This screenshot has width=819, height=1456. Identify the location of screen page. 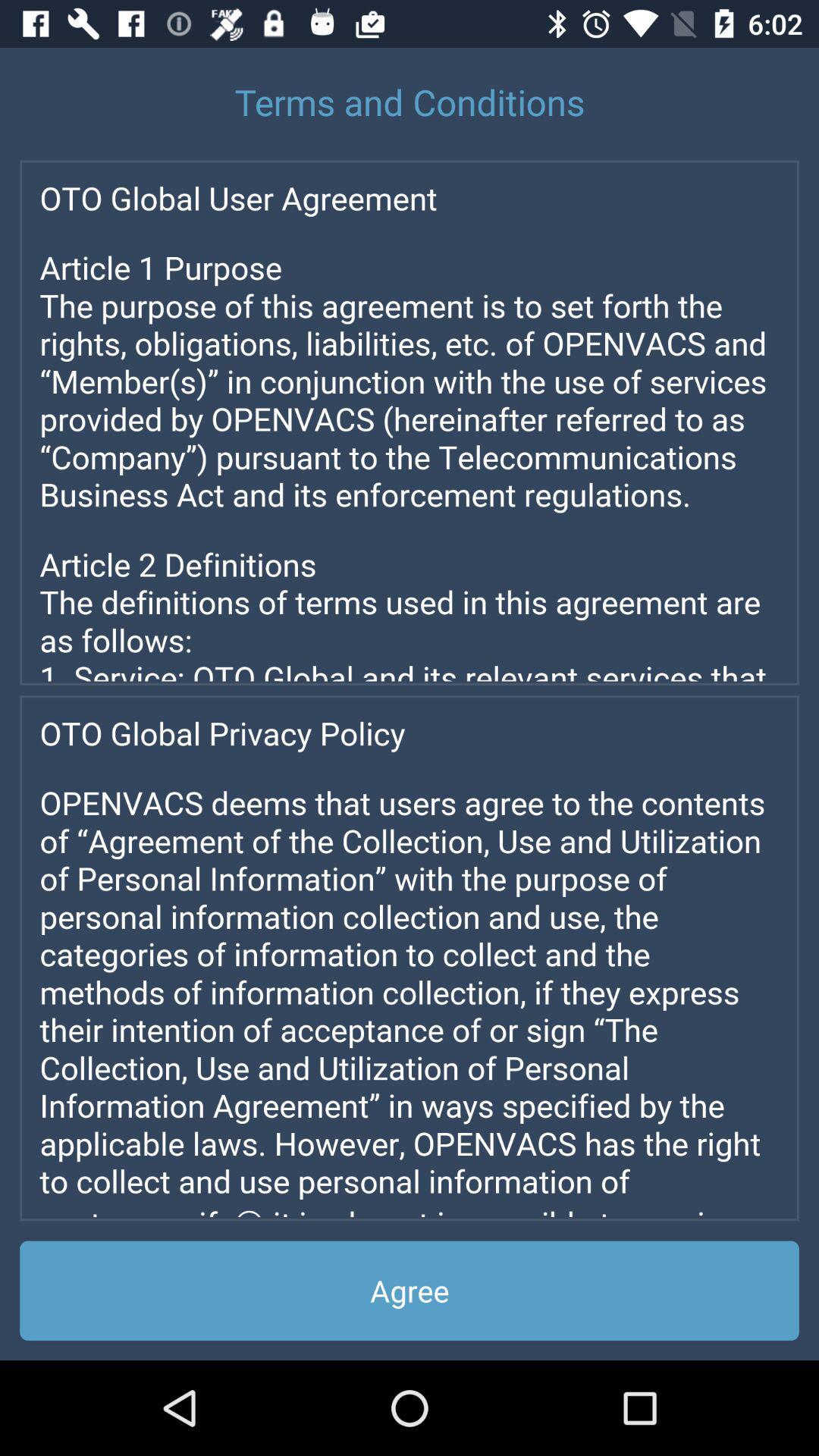
(409, 422).